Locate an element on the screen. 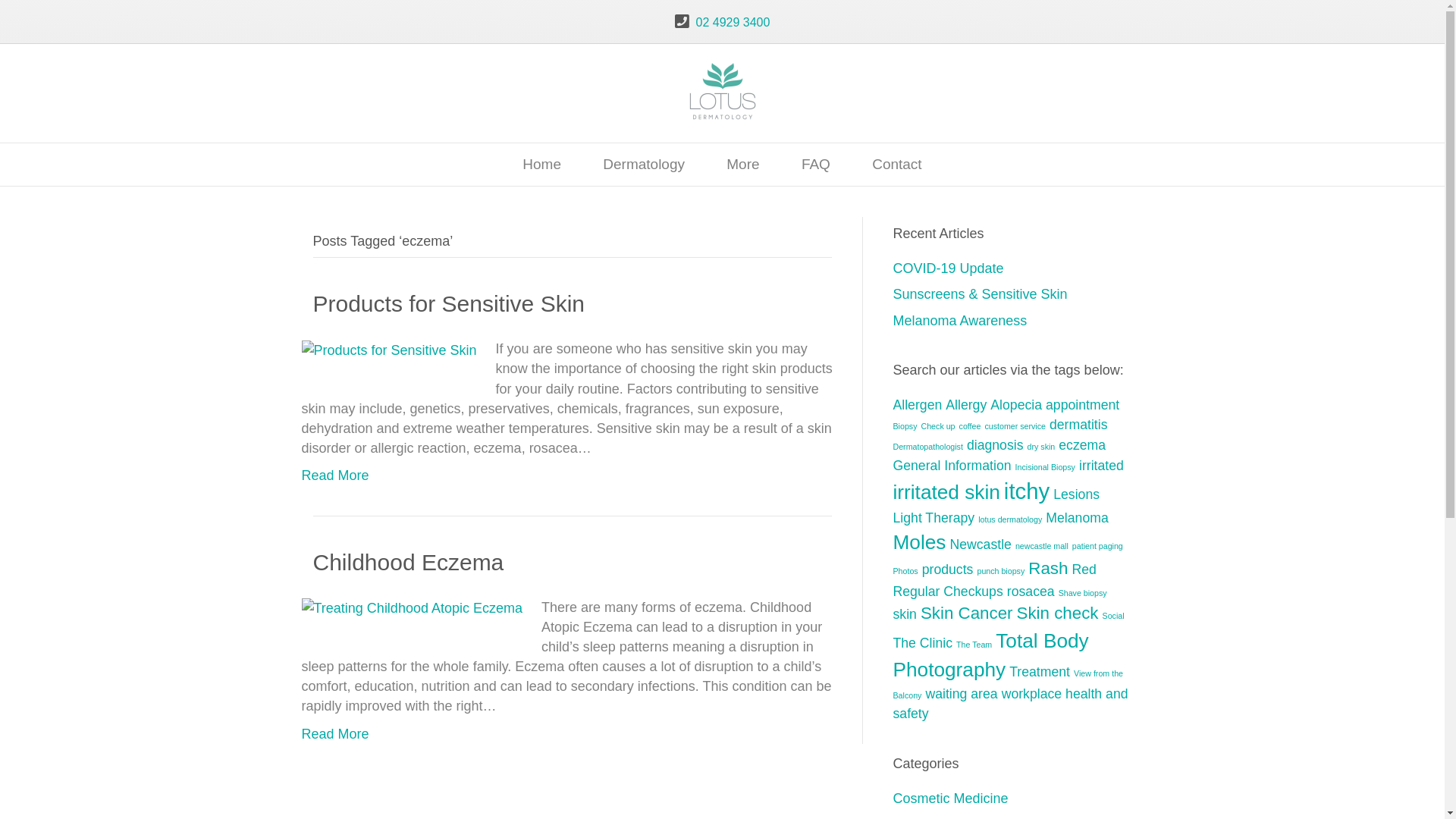 This screenshot has height=819, width=1456. 'View from the Balcony' is located at coordinates (1008, 684).